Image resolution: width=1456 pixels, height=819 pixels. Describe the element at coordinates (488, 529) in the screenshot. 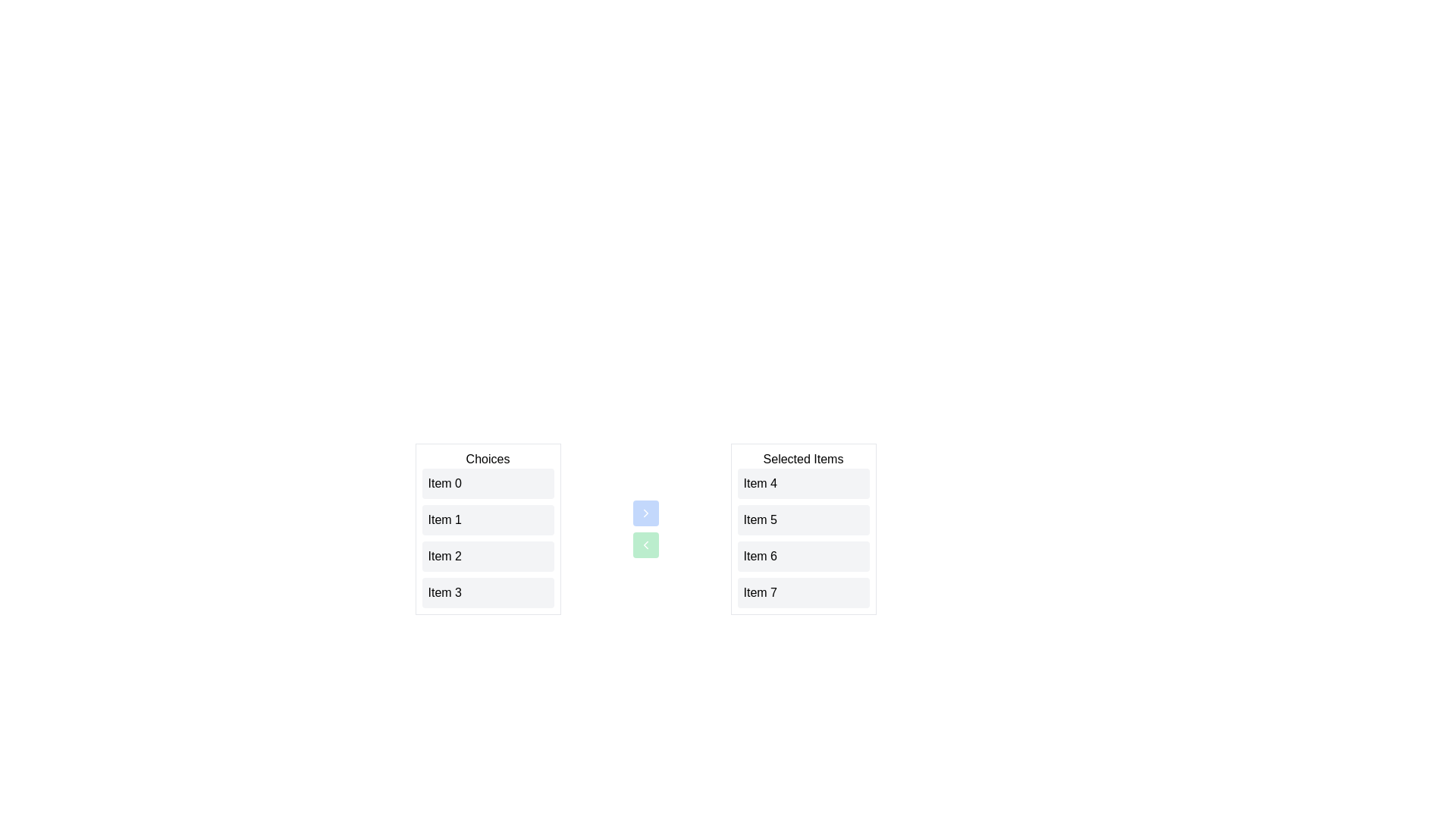

I see `the second list item labeled 'Item 1' within the 'Choices' section, which has a light gray background and rounded edges` at that location.